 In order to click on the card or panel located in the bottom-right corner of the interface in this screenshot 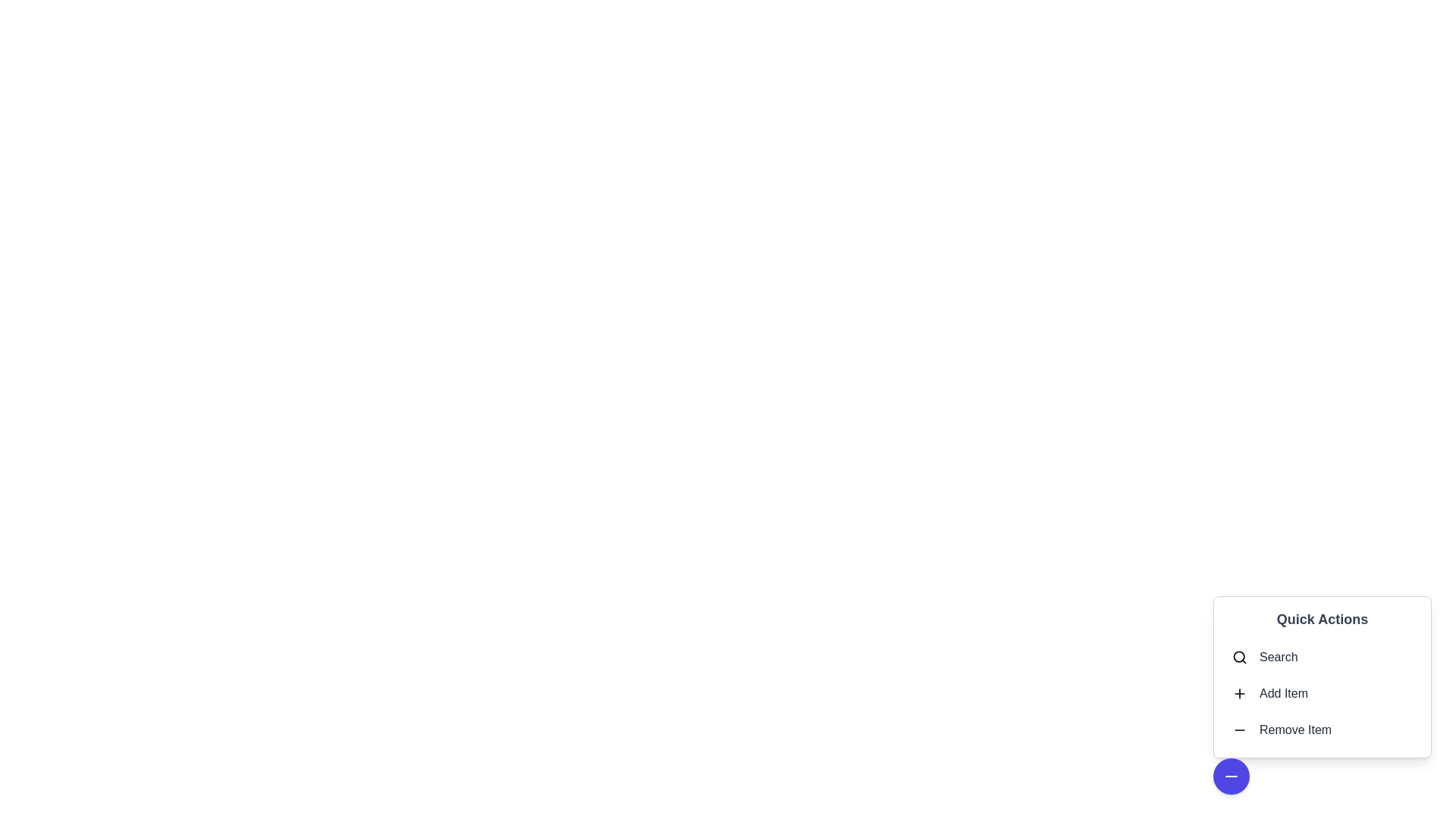, I will do `click(1321, 676)`.